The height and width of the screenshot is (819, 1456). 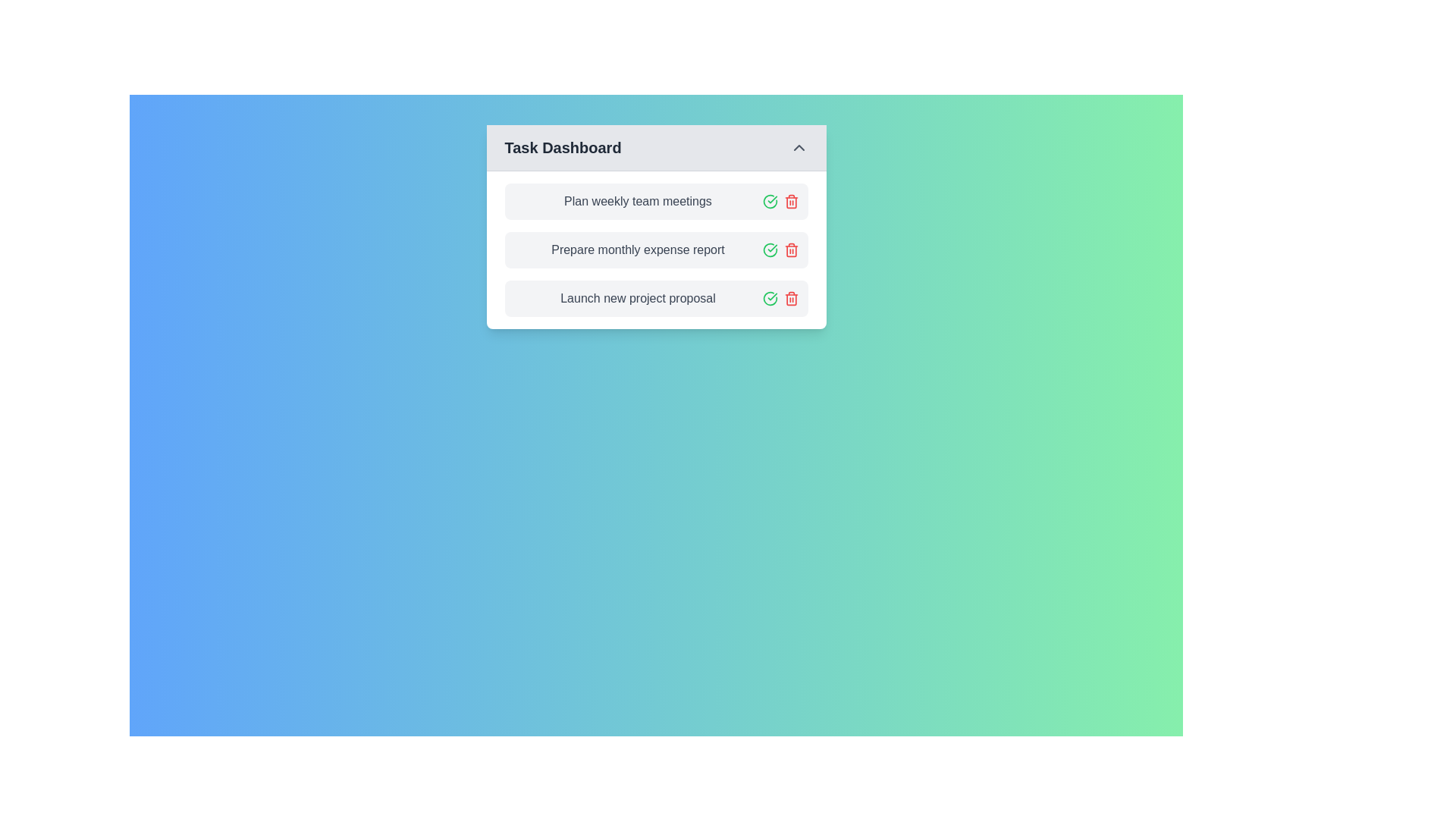 I want to click on the red trash bin icon button located in the third task row of the task management dashboard, so click(x=790, y=201).